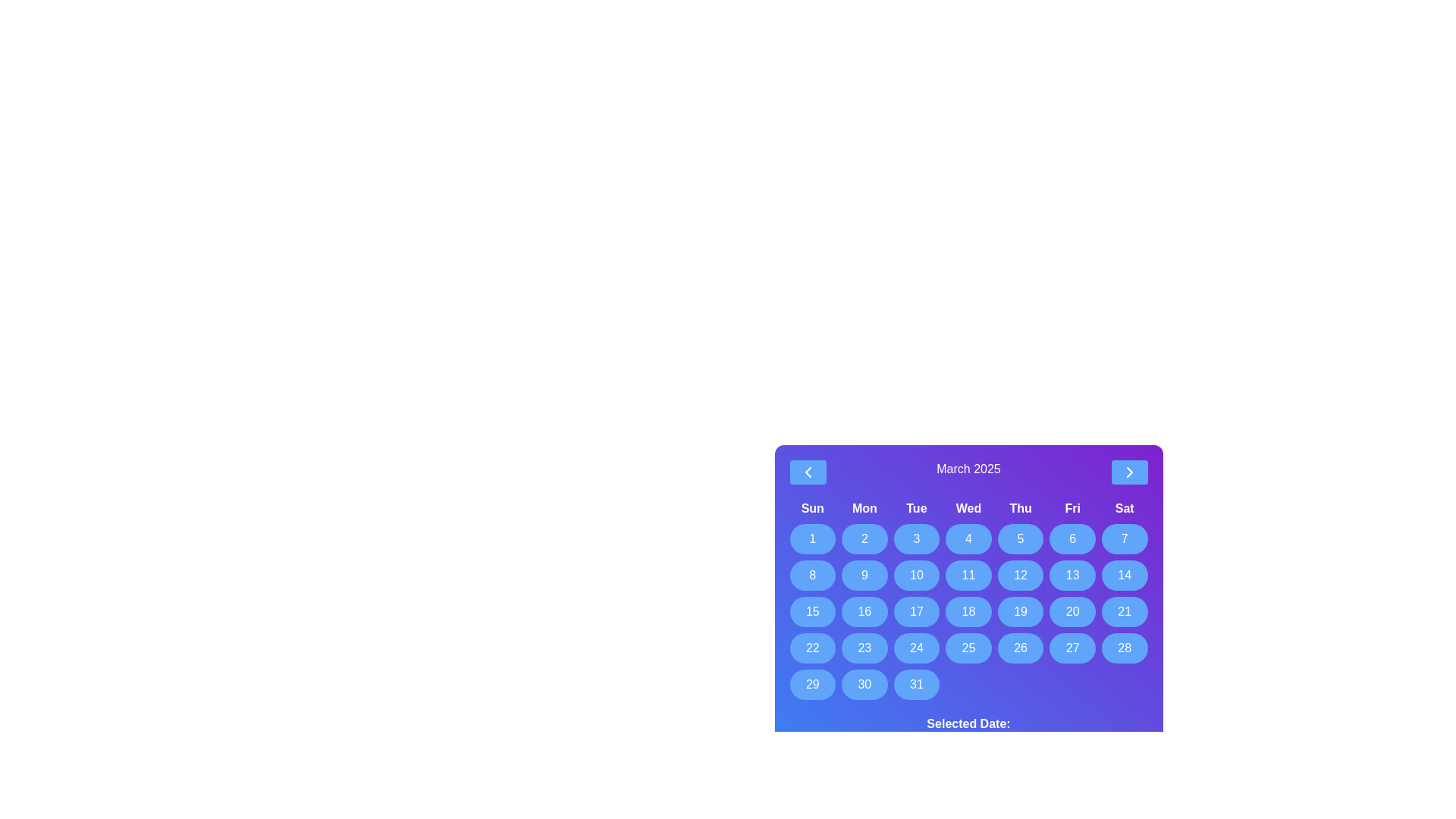 The image size is (1456, 819). Describe the element at coordinates (811, 610) in the screenshot. I see `the rounded blue button displaying '15'` at that location.